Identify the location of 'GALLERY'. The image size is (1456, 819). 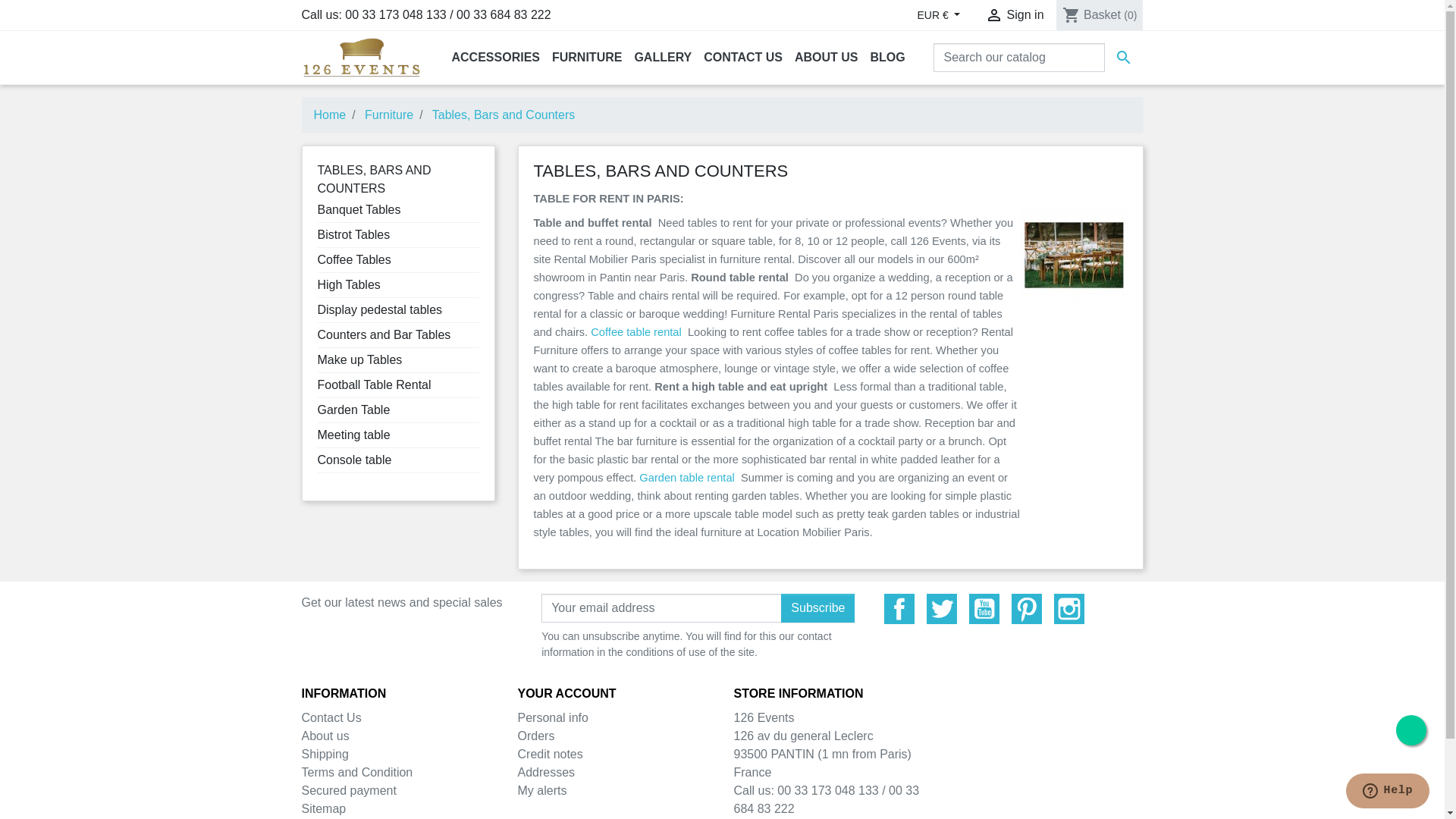
(662, 57).